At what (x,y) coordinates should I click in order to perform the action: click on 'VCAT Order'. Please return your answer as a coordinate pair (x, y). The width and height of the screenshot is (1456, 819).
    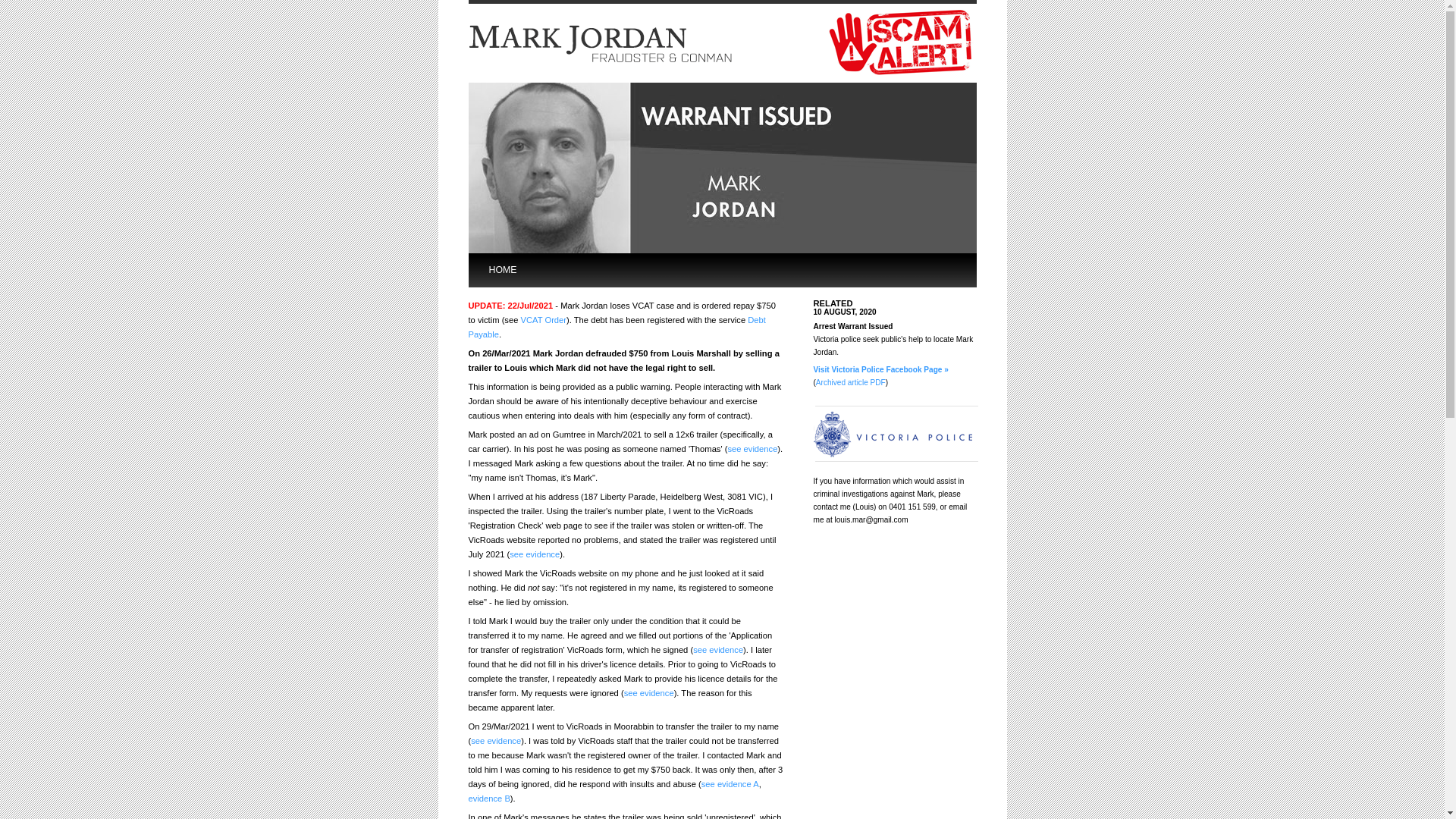
    Looking at the image, I should click on (544, 318).